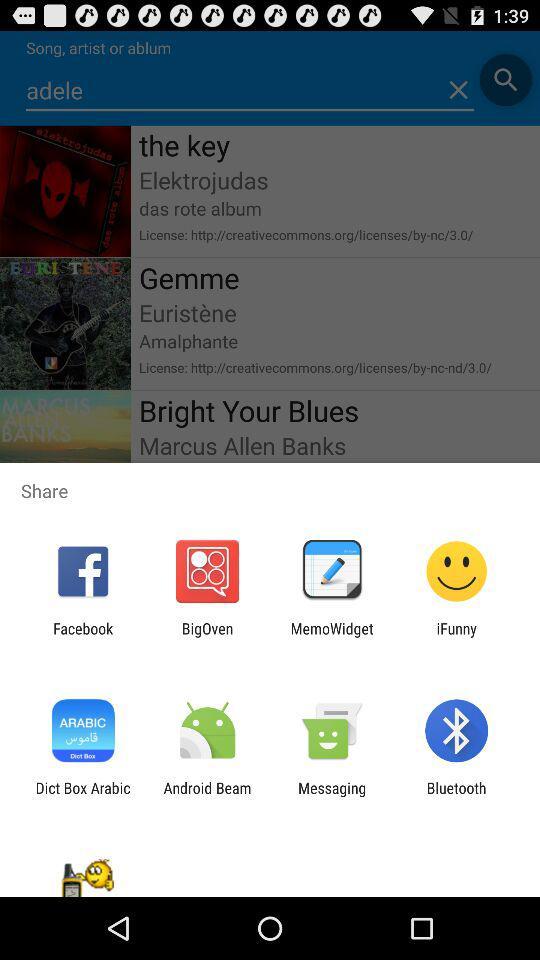 The image size is (540, 960). Describe the element at coordinates (332, 636) in the screenshot. I see `the memowidget app` at that location.